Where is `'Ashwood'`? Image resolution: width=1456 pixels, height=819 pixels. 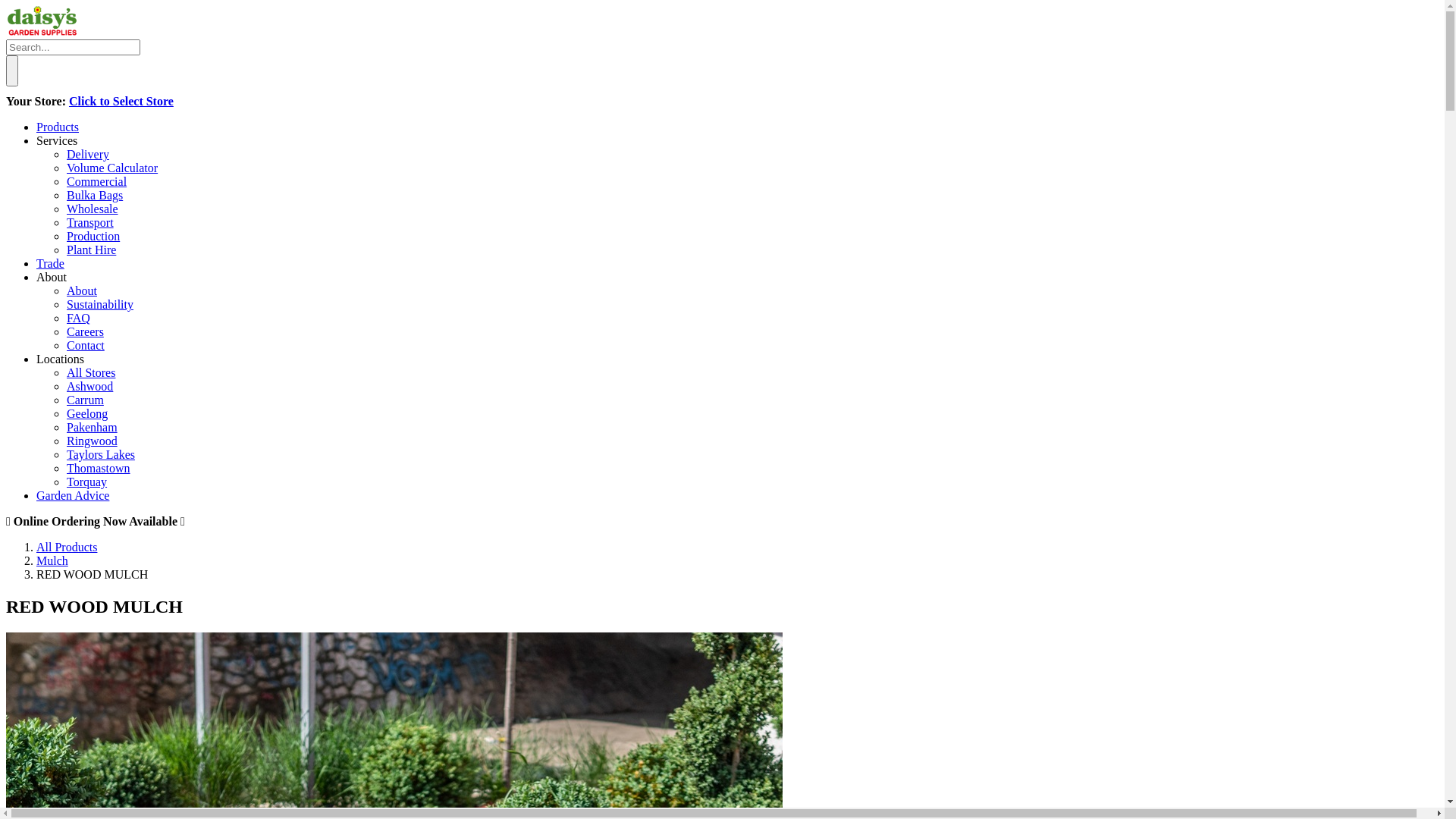 'Ashwood' is located at coordinates (89, 385).